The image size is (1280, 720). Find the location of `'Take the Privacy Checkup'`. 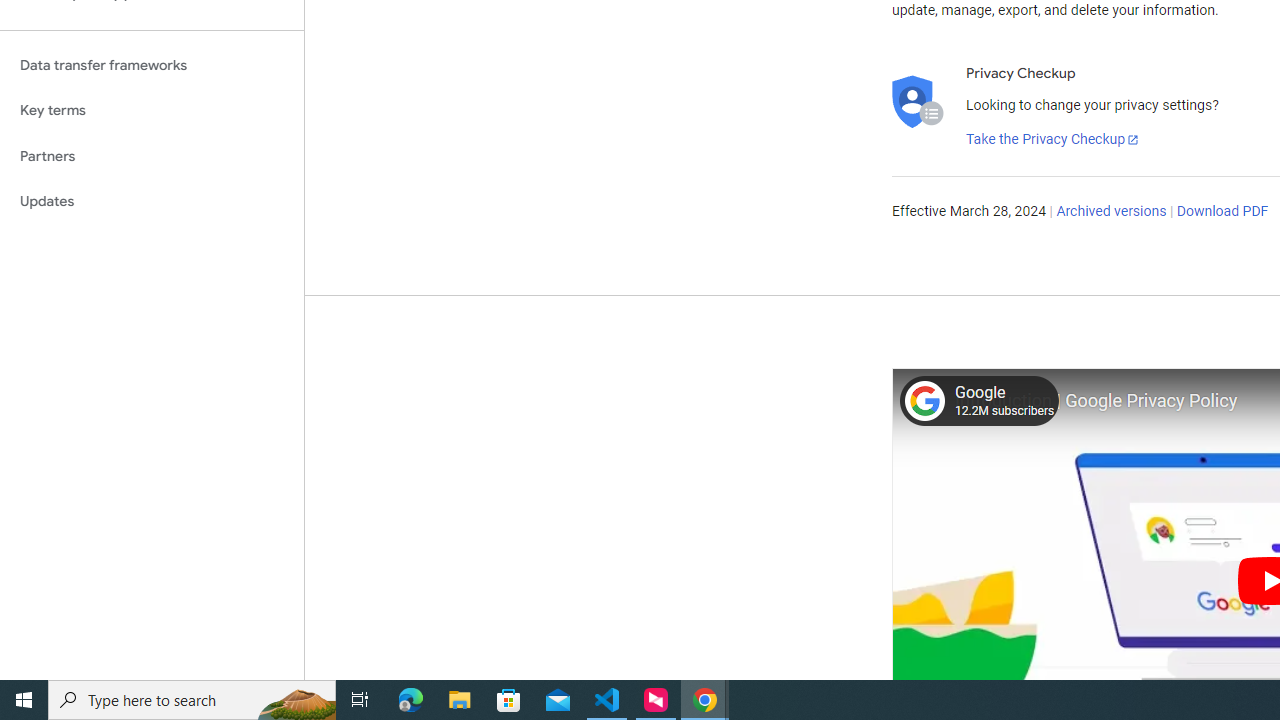

'Take the Privacy Checkup' is located at coordinates (1052, 139).